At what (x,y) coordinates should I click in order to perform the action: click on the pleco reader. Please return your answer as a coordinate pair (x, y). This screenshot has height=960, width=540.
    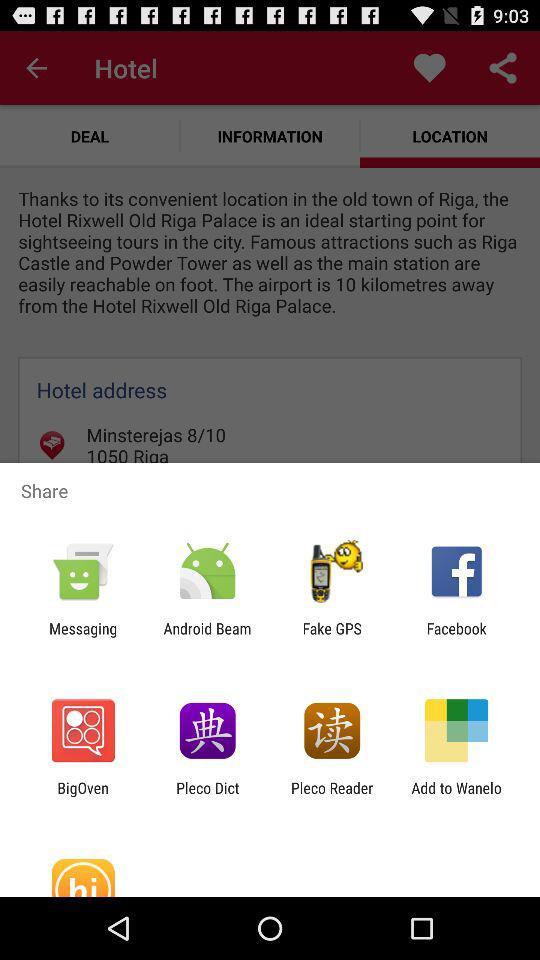
    Looking at the image, I should click on (332, 796).